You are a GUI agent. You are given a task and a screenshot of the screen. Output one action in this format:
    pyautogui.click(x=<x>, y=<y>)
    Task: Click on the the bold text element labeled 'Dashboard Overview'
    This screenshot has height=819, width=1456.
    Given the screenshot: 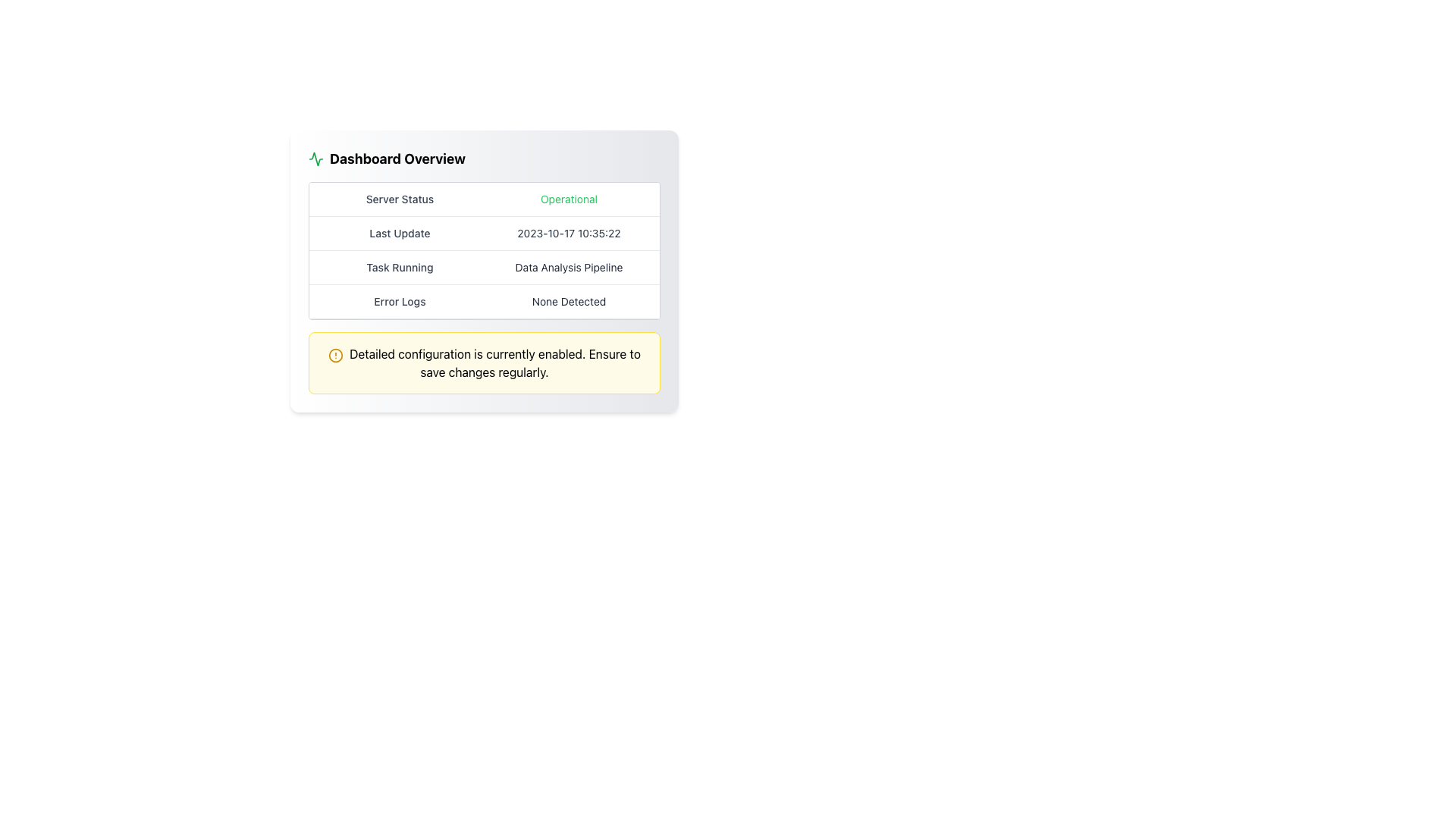 What is the action you would take?
    pyautogui.click(x=397, y=158)
    